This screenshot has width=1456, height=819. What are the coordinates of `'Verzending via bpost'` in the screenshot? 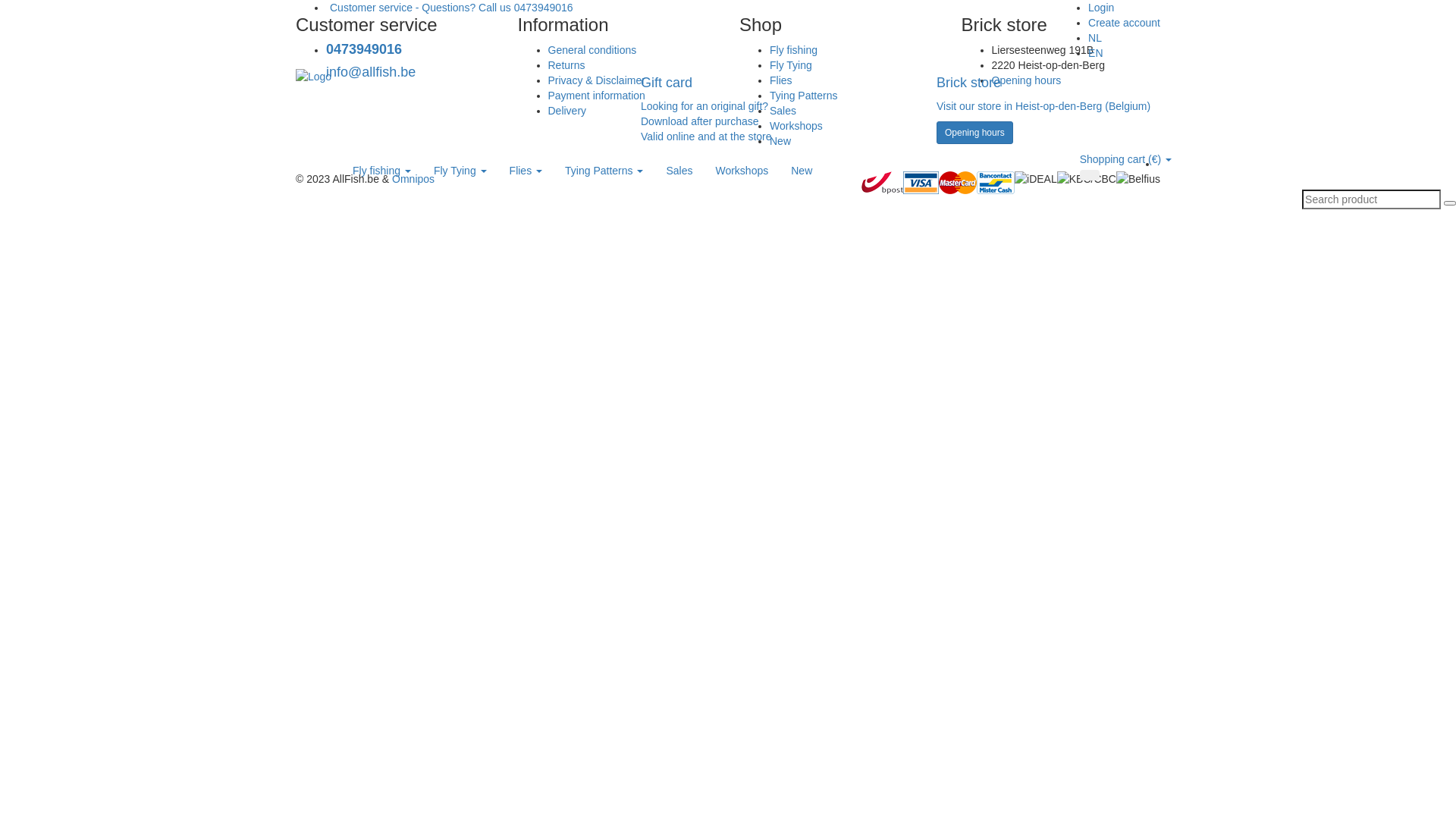 It's located at (882, 181).